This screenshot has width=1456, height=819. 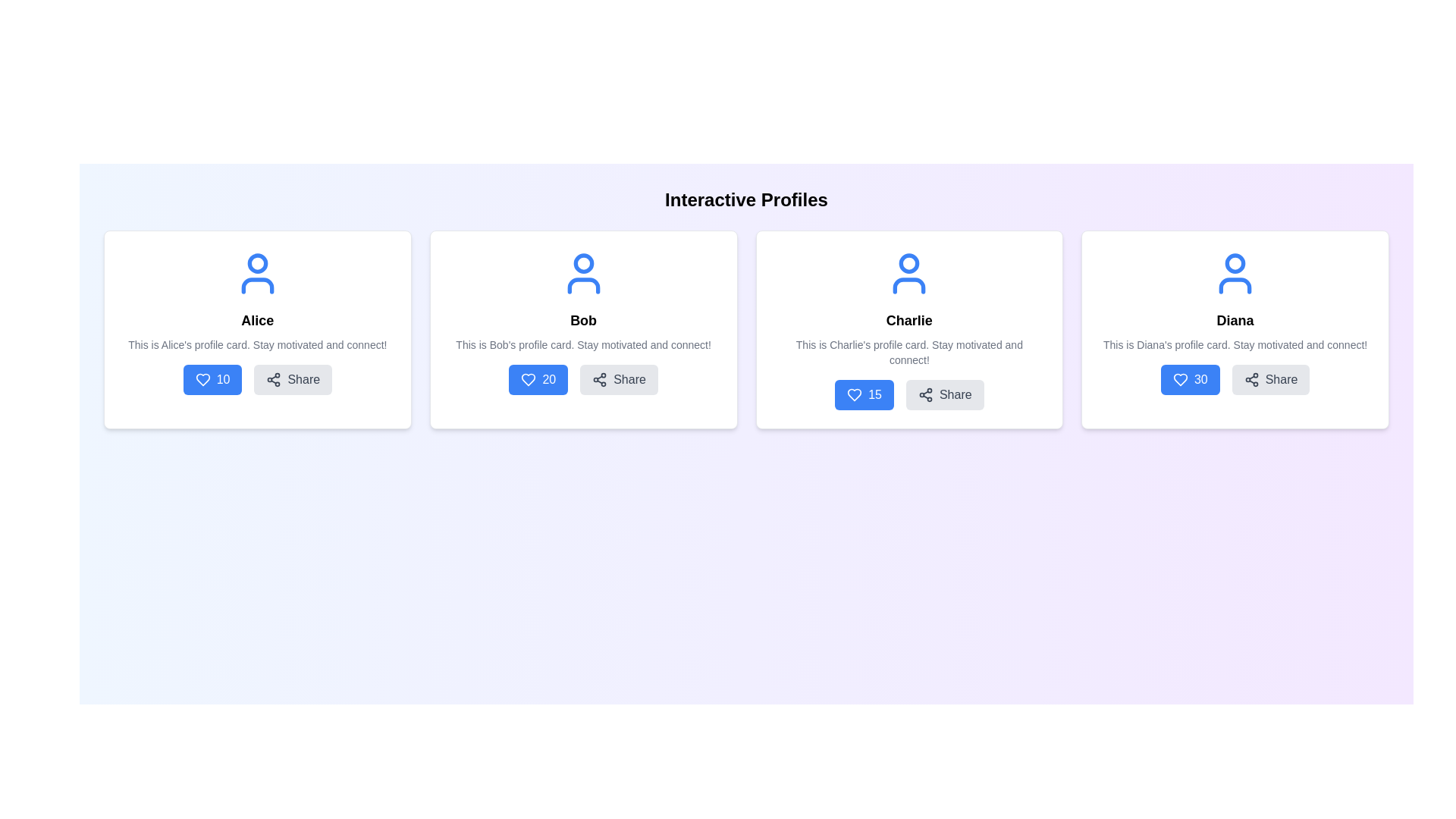 What do you see at coordinates (1280, 379) in the screenshot?
I see `the 'Share' text label, which is styled with a clean font and grey color, located in the bottom-right corner of Diana's profile card, adjacent to the share icon` at bounding box center [1280, 379].